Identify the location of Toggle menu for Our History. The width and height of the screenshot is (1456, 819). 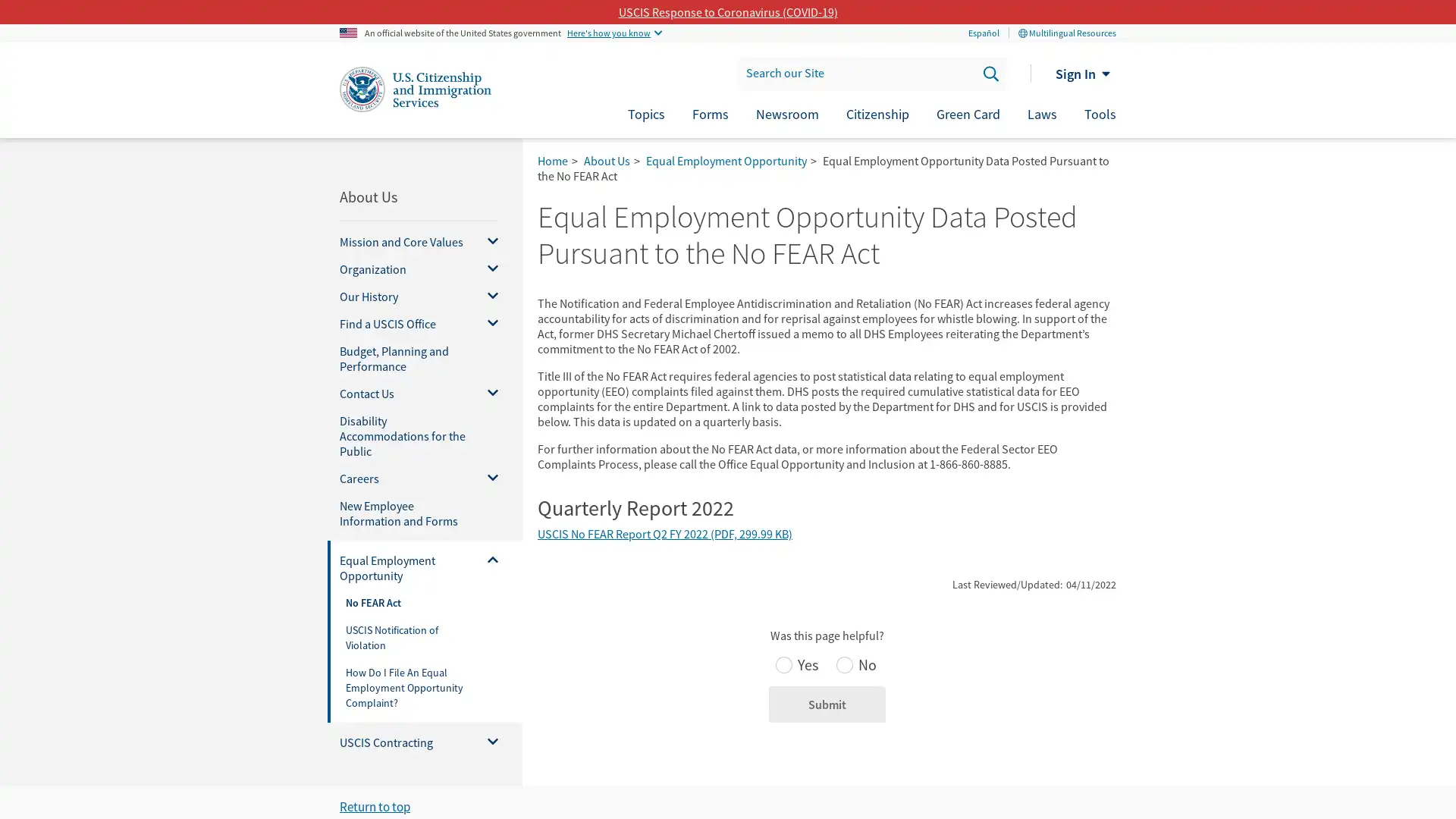
(487, 296).